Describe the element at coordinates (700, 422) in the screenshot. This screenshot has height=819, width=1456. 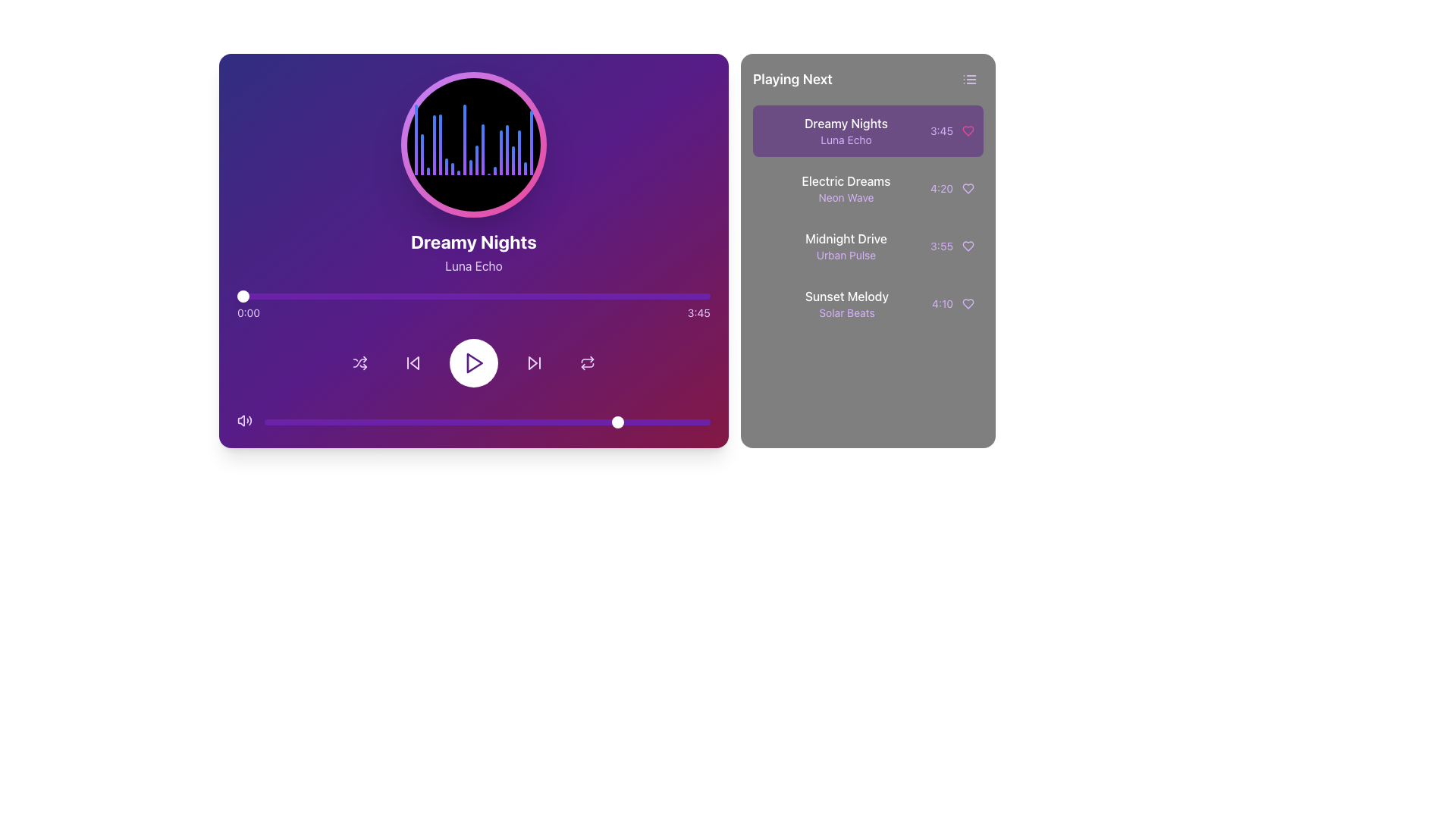
I see `slider value` at that location.